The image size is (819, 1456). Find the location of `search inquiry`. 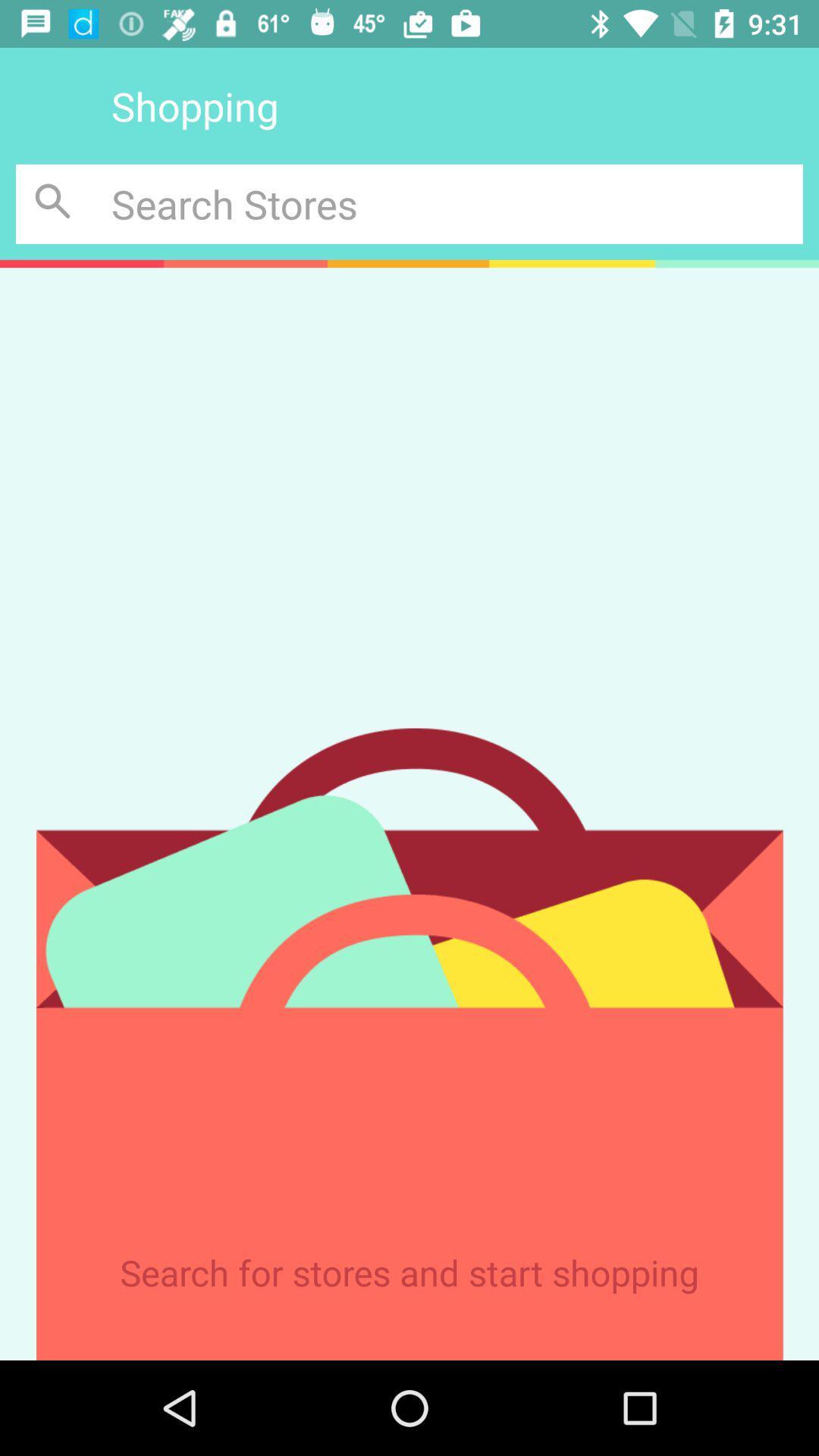

search inquiry is located at coordinates (456, 203).